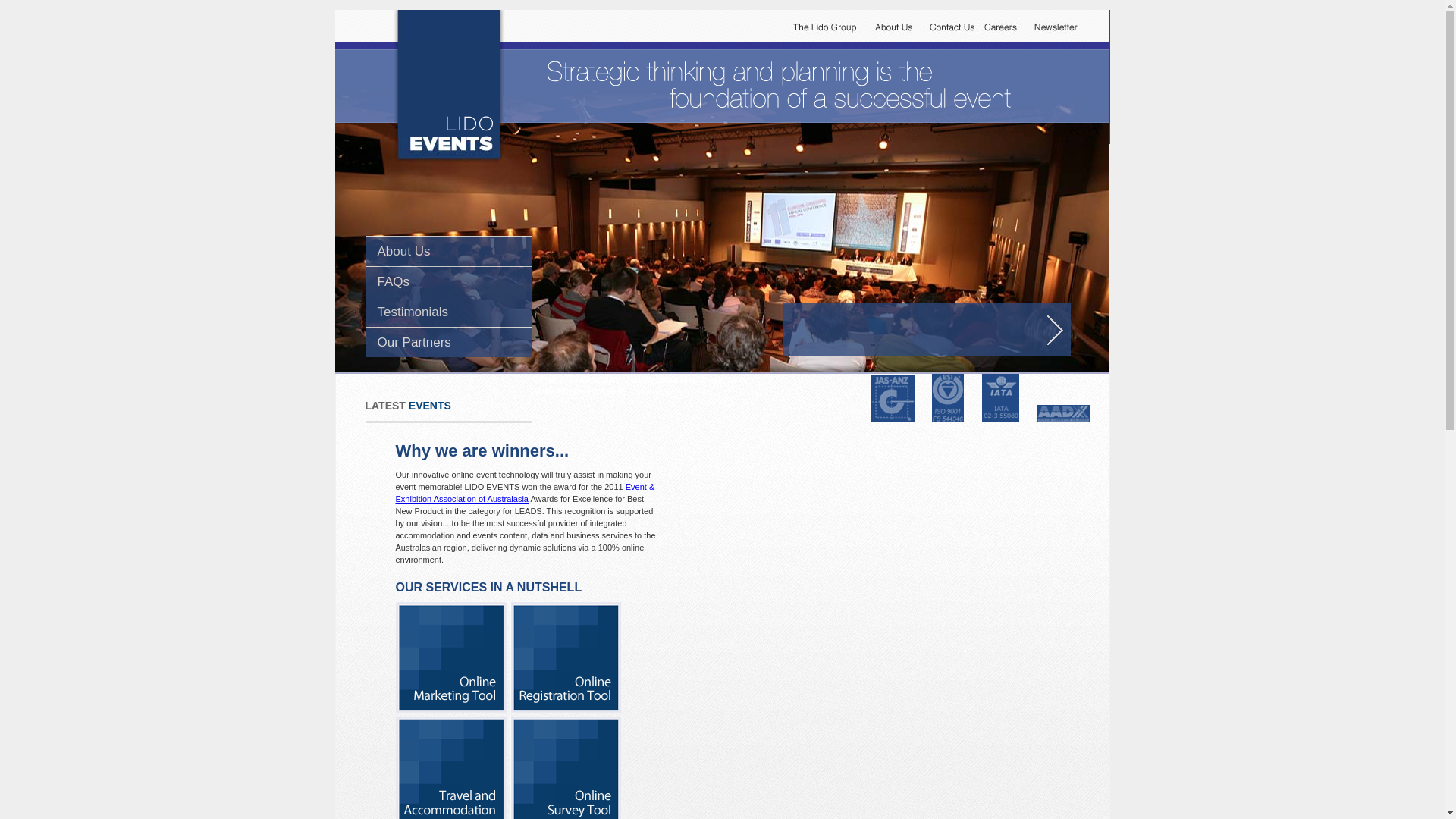  Describe the element at coordinates (525, 493) in the screenshot. I see `'Event & Exhibition Association of Australasia'` at that location.